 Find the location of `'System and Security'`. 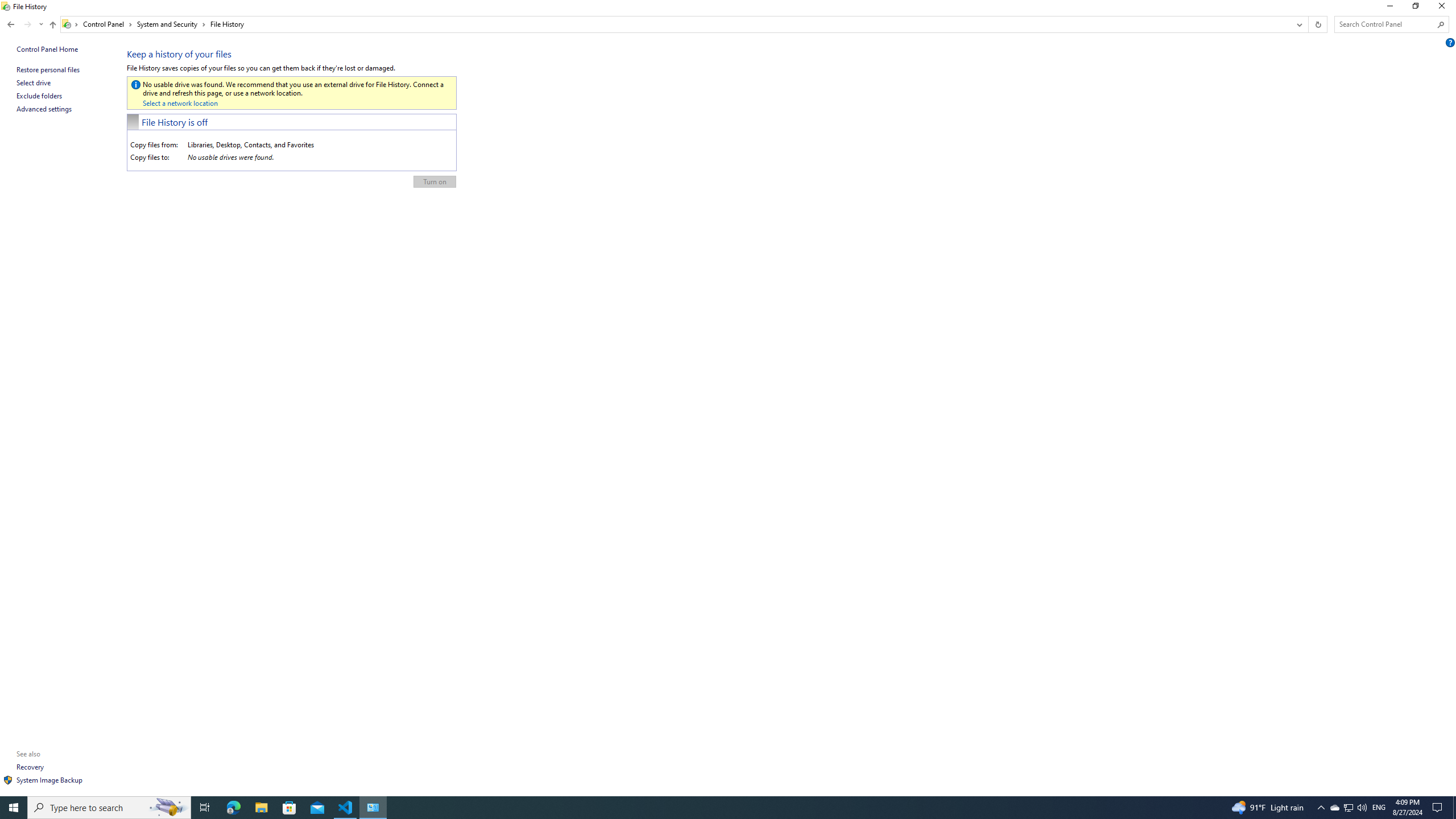

'System and Security' is located at coordinates (171, 24).